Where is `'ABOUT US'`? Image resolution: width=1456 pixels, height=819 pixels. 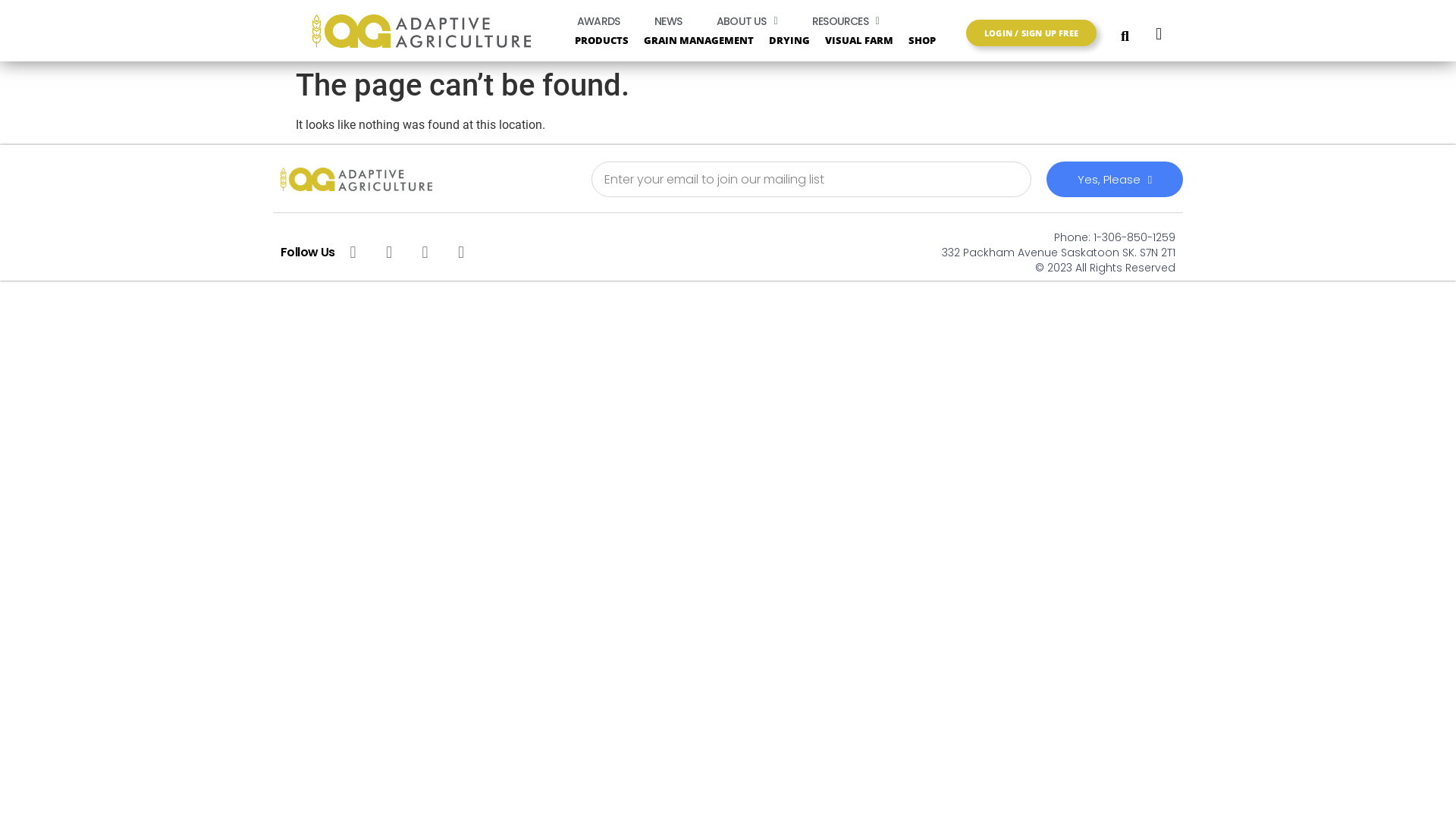 'ABOUT US' is located at coordinates (701, 20).